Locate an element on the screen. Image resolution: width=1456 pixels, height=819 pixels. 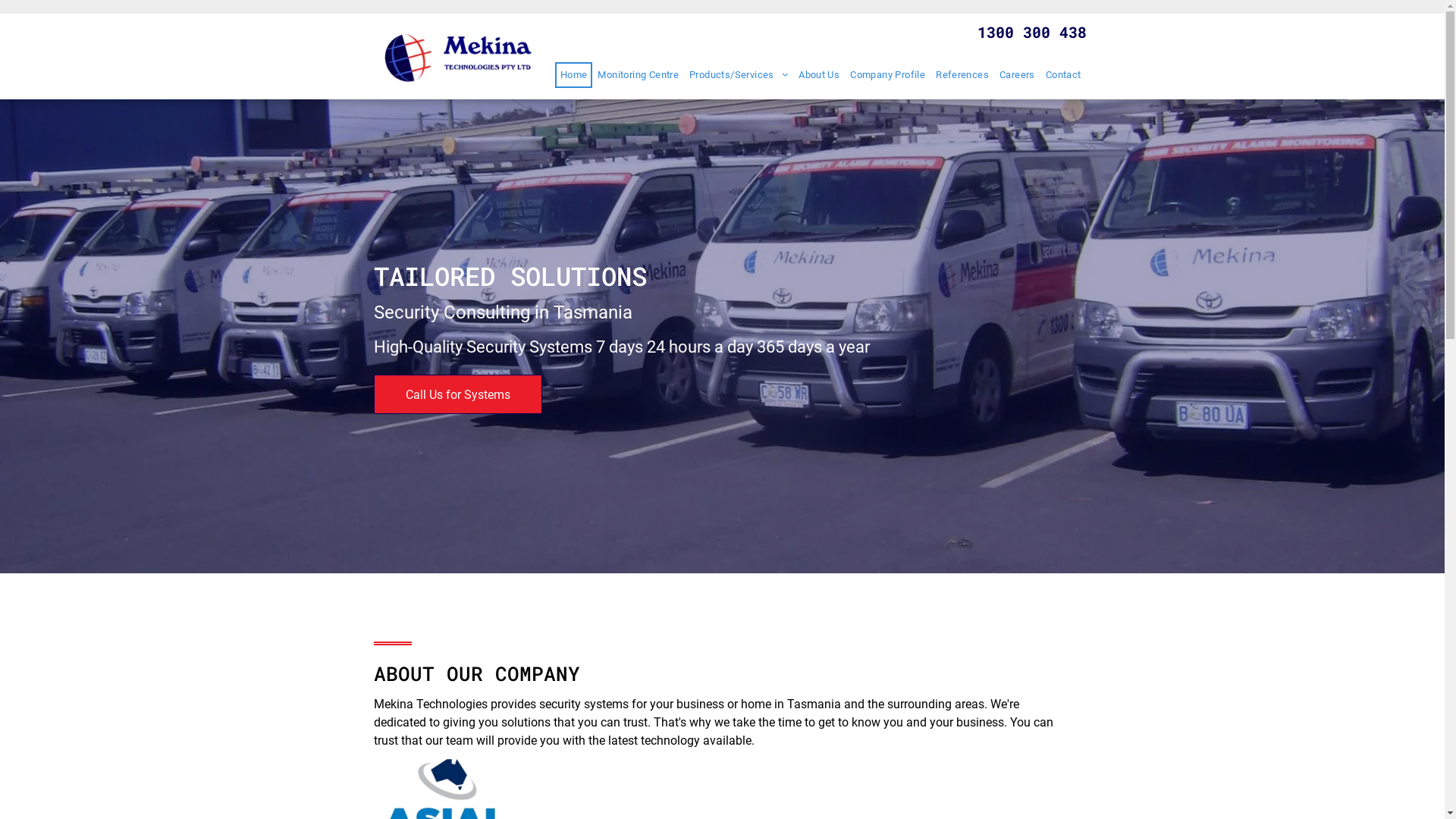
'About Us' is located at coordinates (792, 75).